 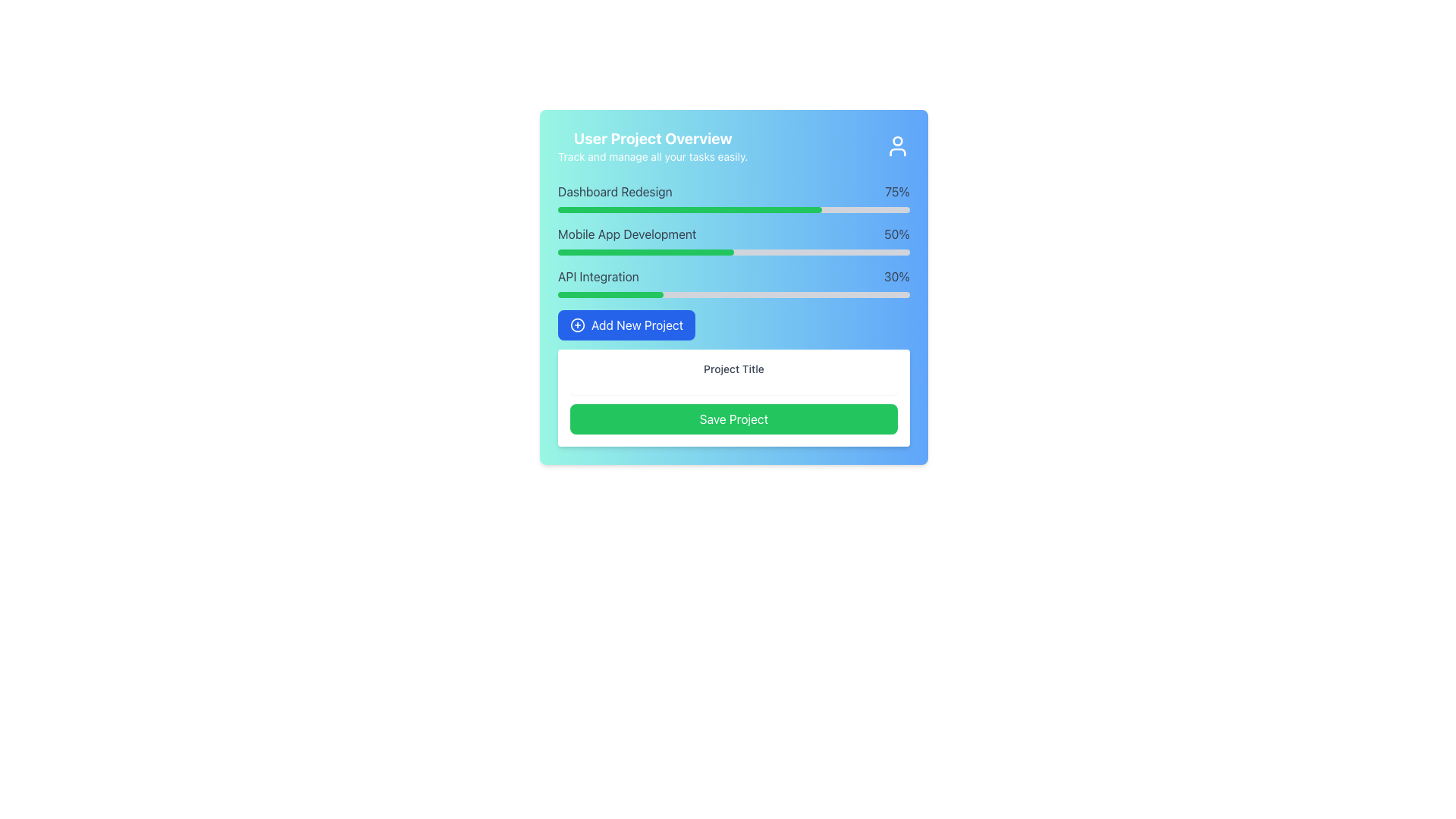 What do you see at coordinates (610, 295) in the screenshot?
I see `the Progress Bar Segment indicating 30% completion of the 'API Integration' task located beneath the label 'API Integration'` at bounding box center [610, 295].